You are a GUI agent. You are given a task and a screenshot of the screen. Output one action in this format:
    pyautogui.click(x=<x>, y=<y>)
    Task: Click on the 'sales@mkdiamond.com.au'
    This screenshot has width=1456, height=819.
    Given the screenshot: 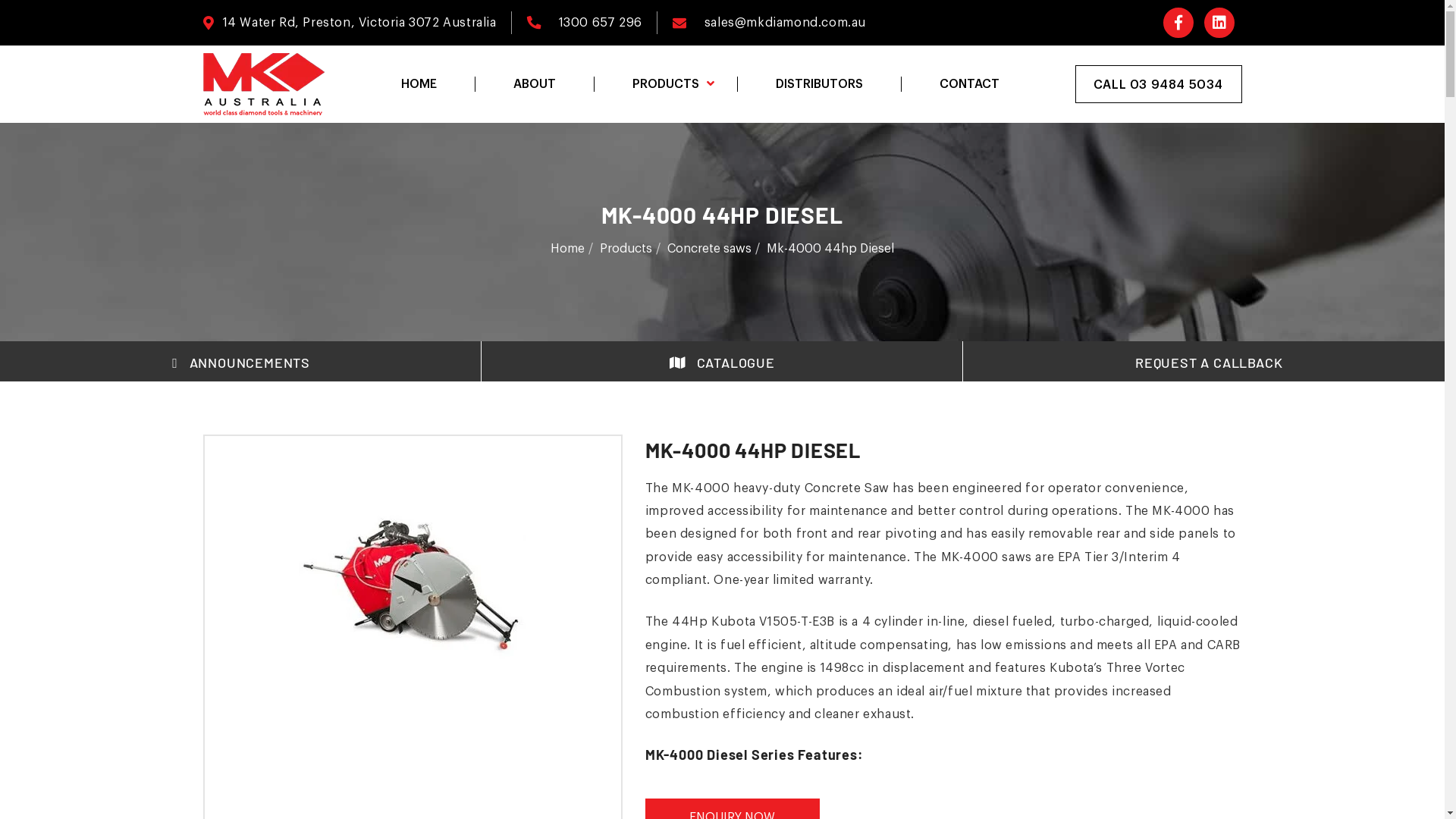 What is the action you would take?
    pyautogui.click(x=704, y=23)
    